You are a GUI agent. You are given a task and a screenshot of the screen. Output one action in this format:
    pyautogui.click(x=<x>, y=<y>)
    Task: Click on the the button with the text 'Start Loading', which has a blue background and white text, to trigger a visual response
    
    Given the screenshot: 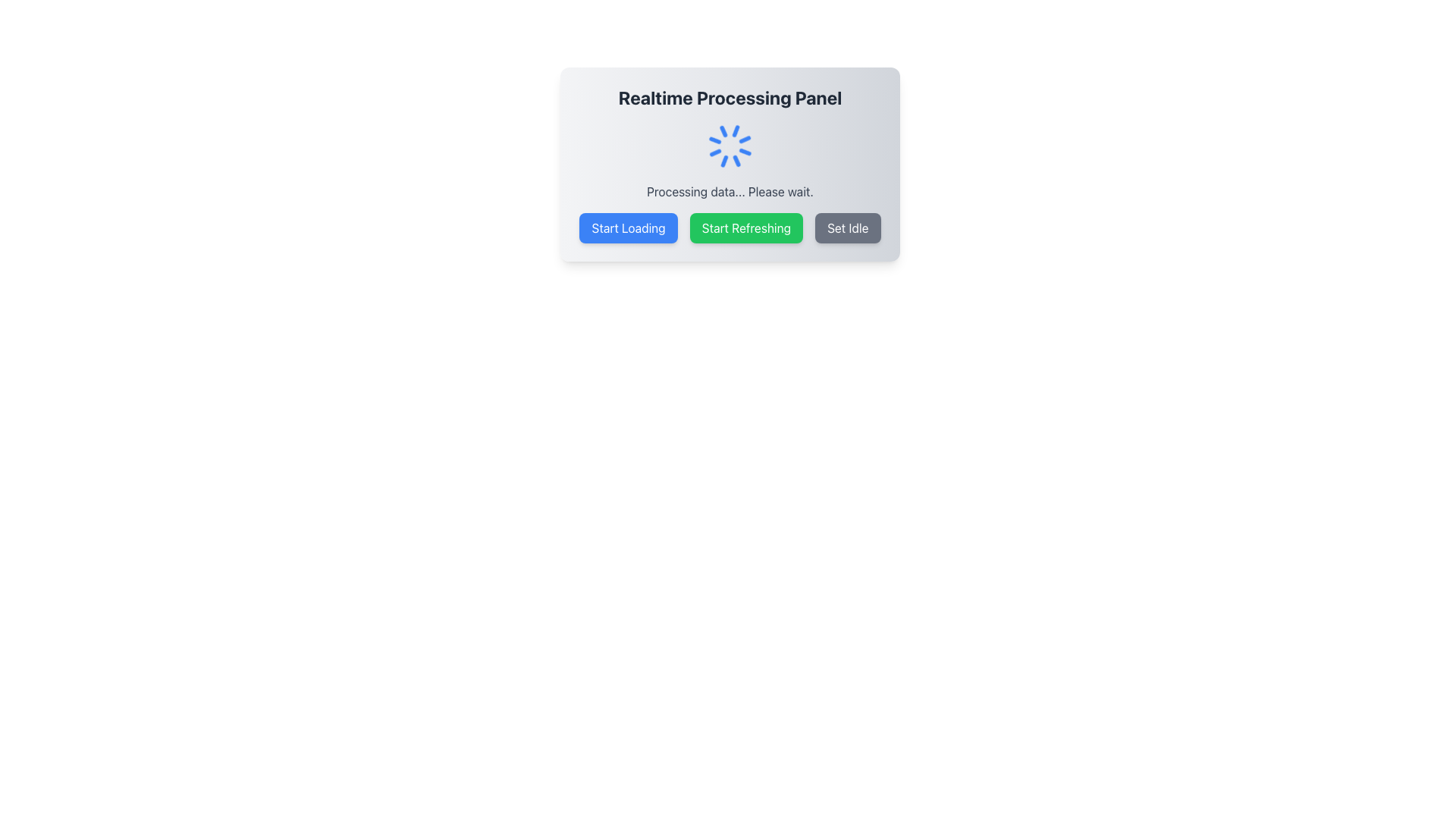 What is the action you would take?
    pyautogui.click(x=629, y=227)
    